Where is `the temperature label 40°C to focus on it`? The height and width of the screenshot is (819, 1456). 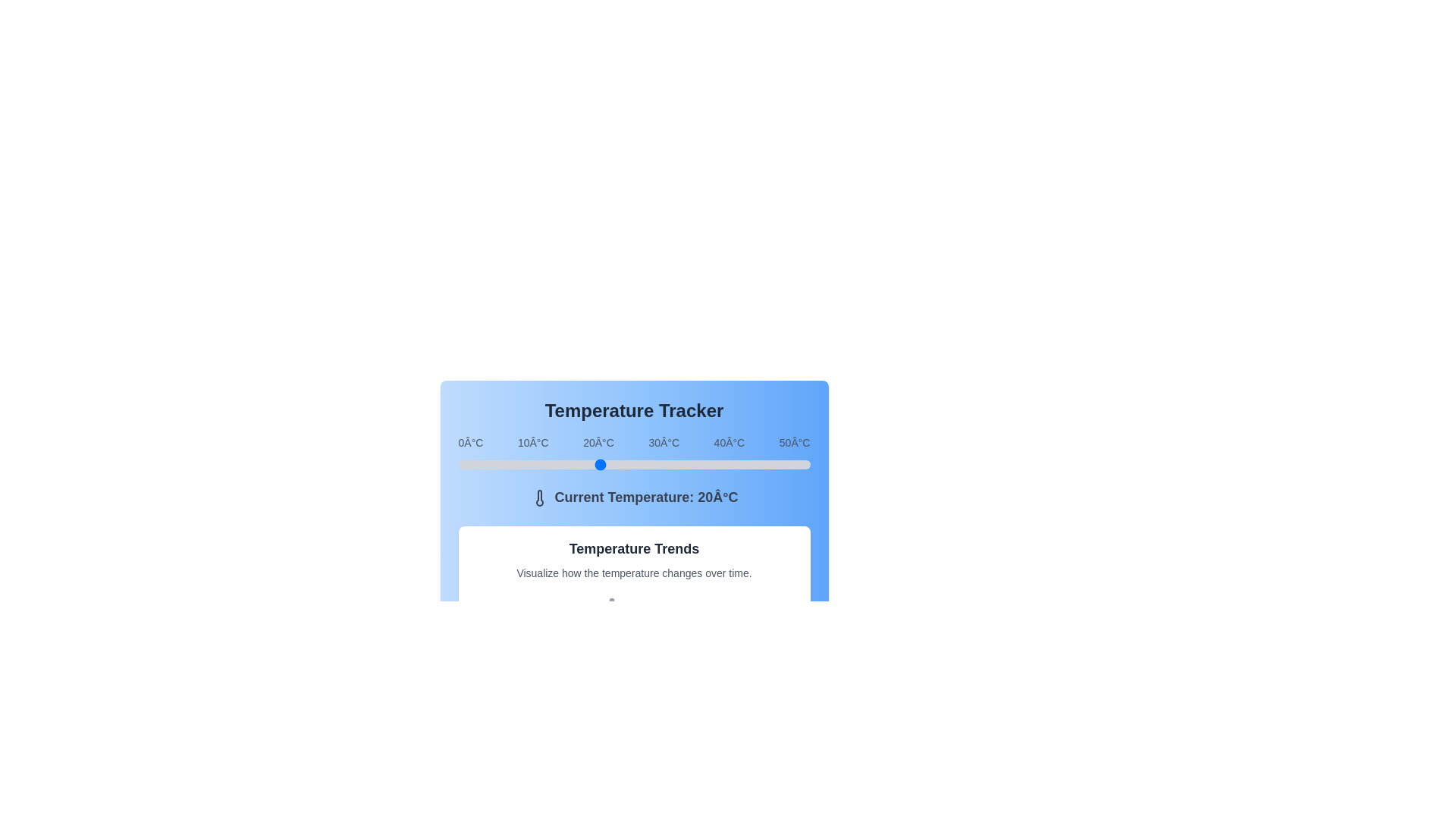
the temperature label 40°C to focus on it is located at coordinates (729, 442).